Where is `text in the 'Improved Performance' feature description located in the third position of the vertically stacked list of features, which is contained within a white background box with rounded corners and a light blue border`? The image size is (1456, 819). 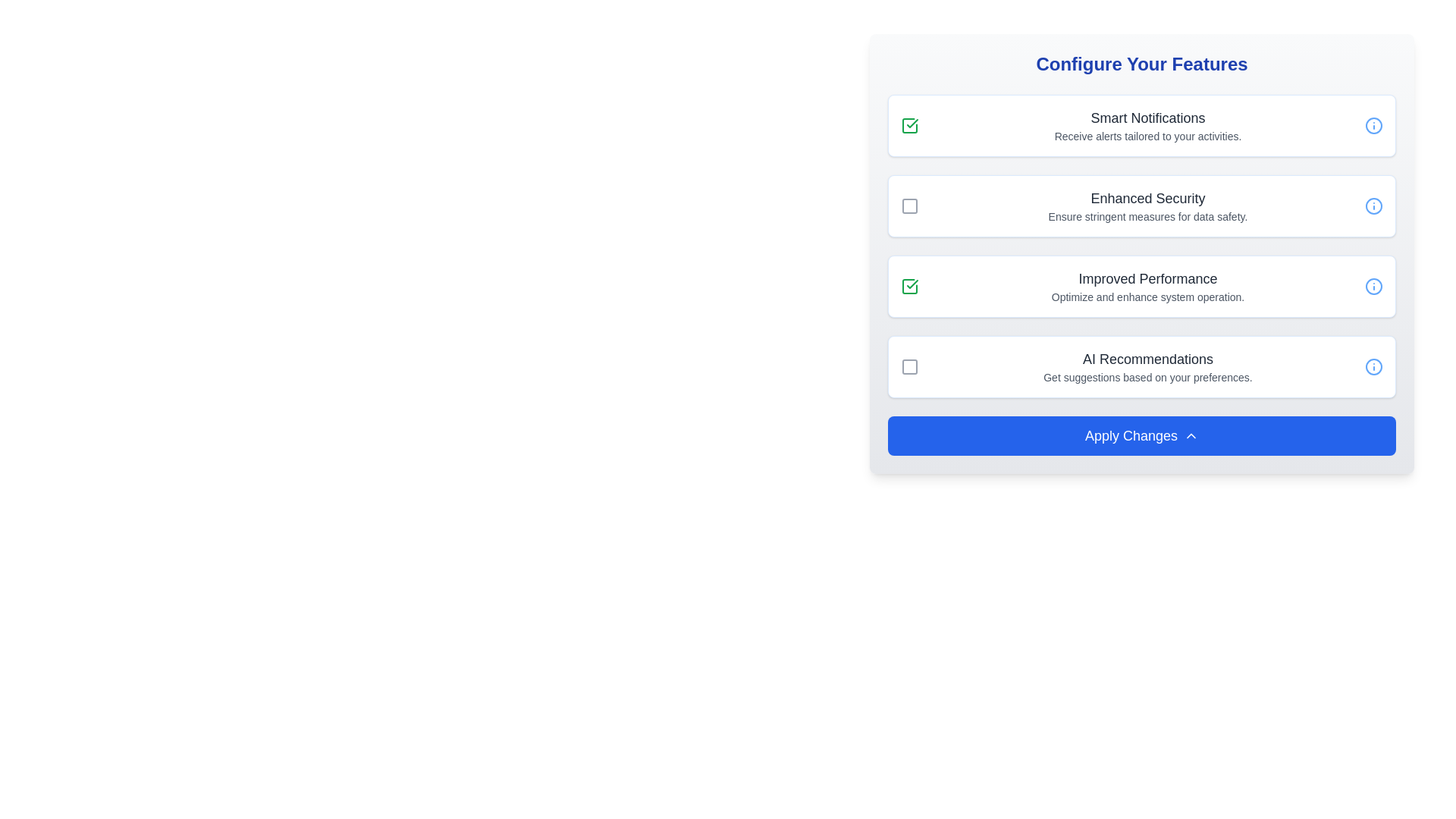
text in the 'Improved Performance' feature description located in the third position of the vertically stacked list of features, which is contained within a white background box with rounded corners and a light blue border is located at coordinates (1147, 287).